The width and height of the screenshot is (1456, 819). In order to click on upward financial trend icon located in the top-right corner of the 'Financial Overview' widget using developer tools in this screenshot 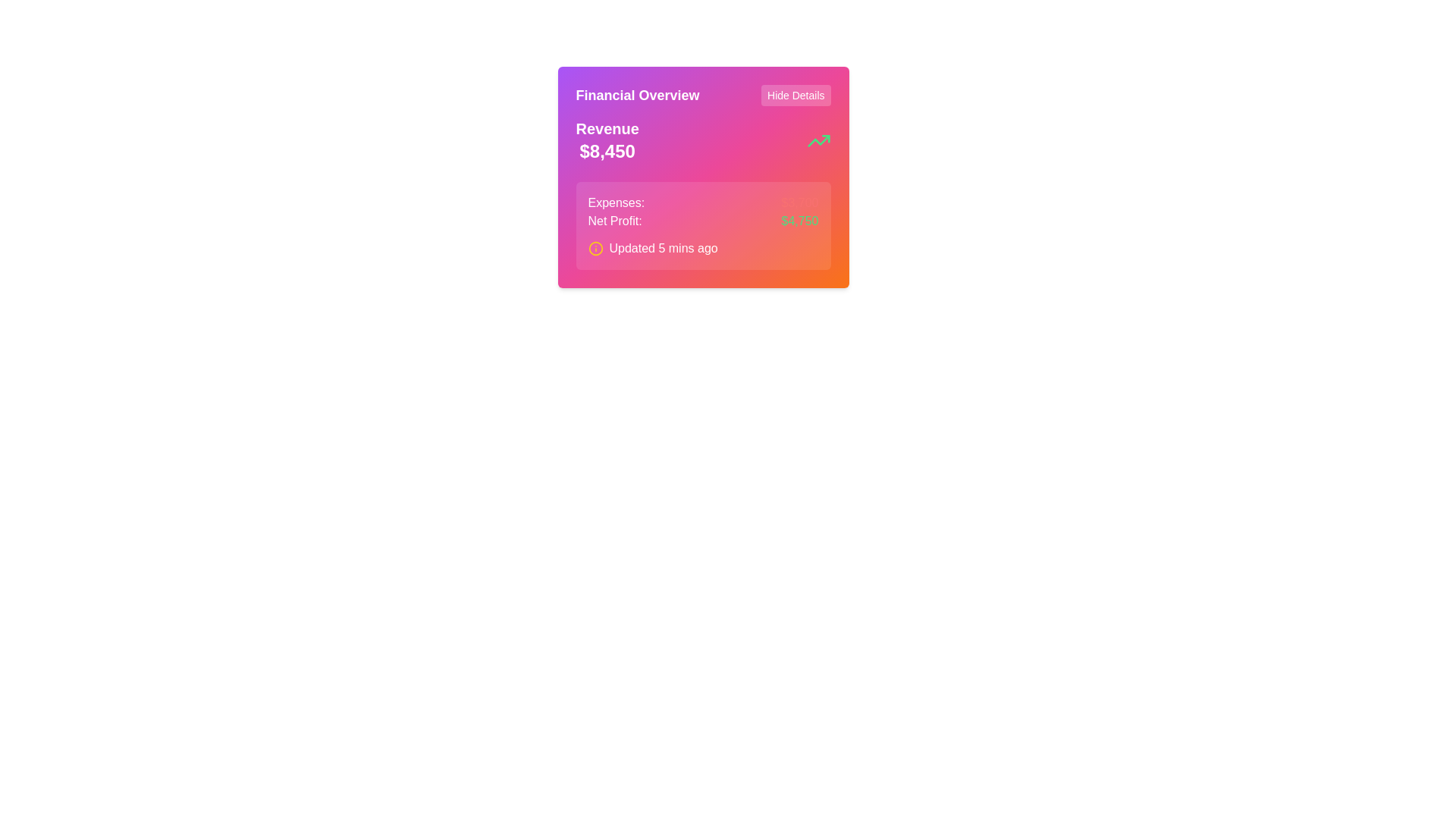, I will do `click(817, 140)`.